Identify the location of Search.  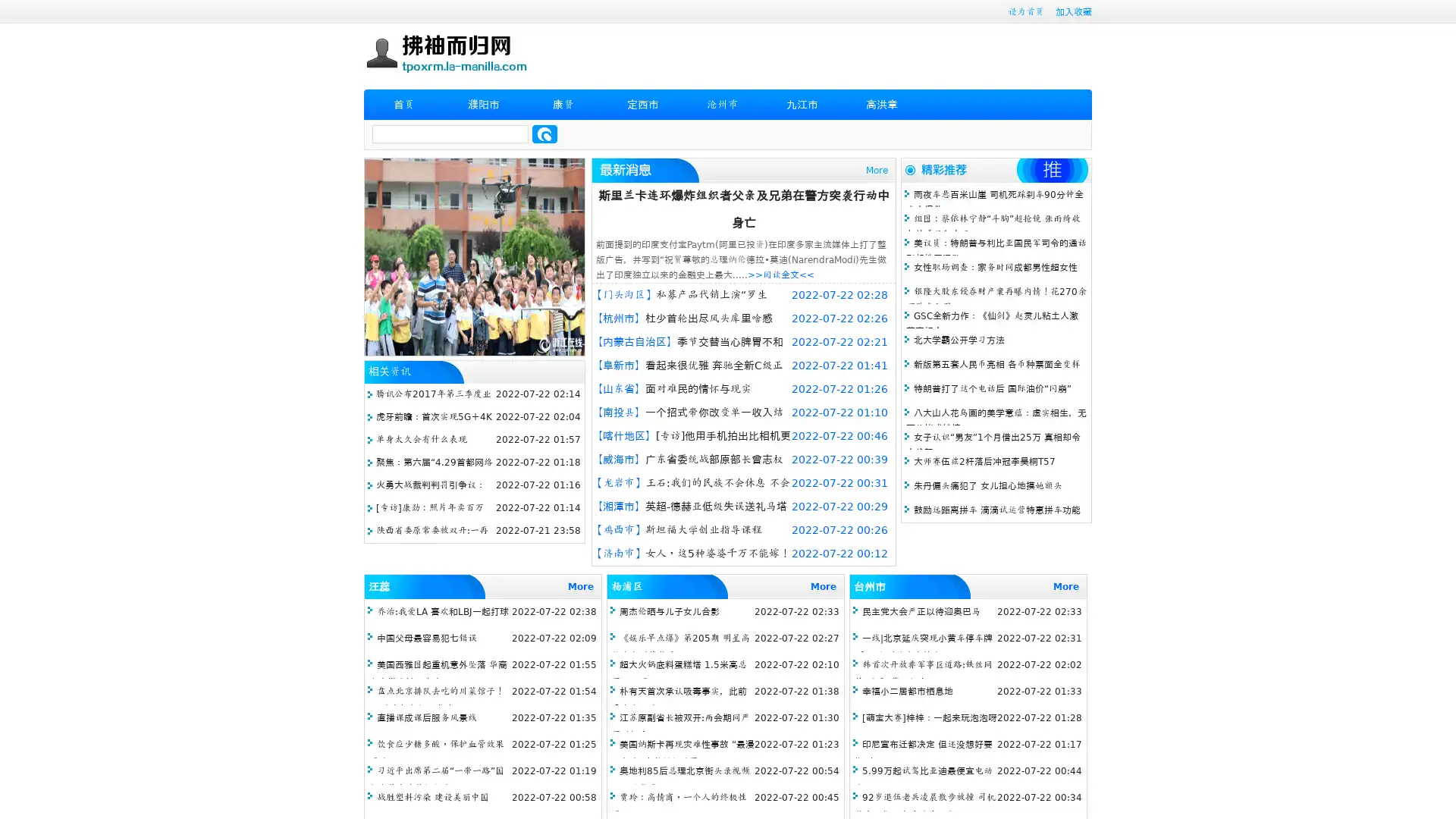
(544, 133).